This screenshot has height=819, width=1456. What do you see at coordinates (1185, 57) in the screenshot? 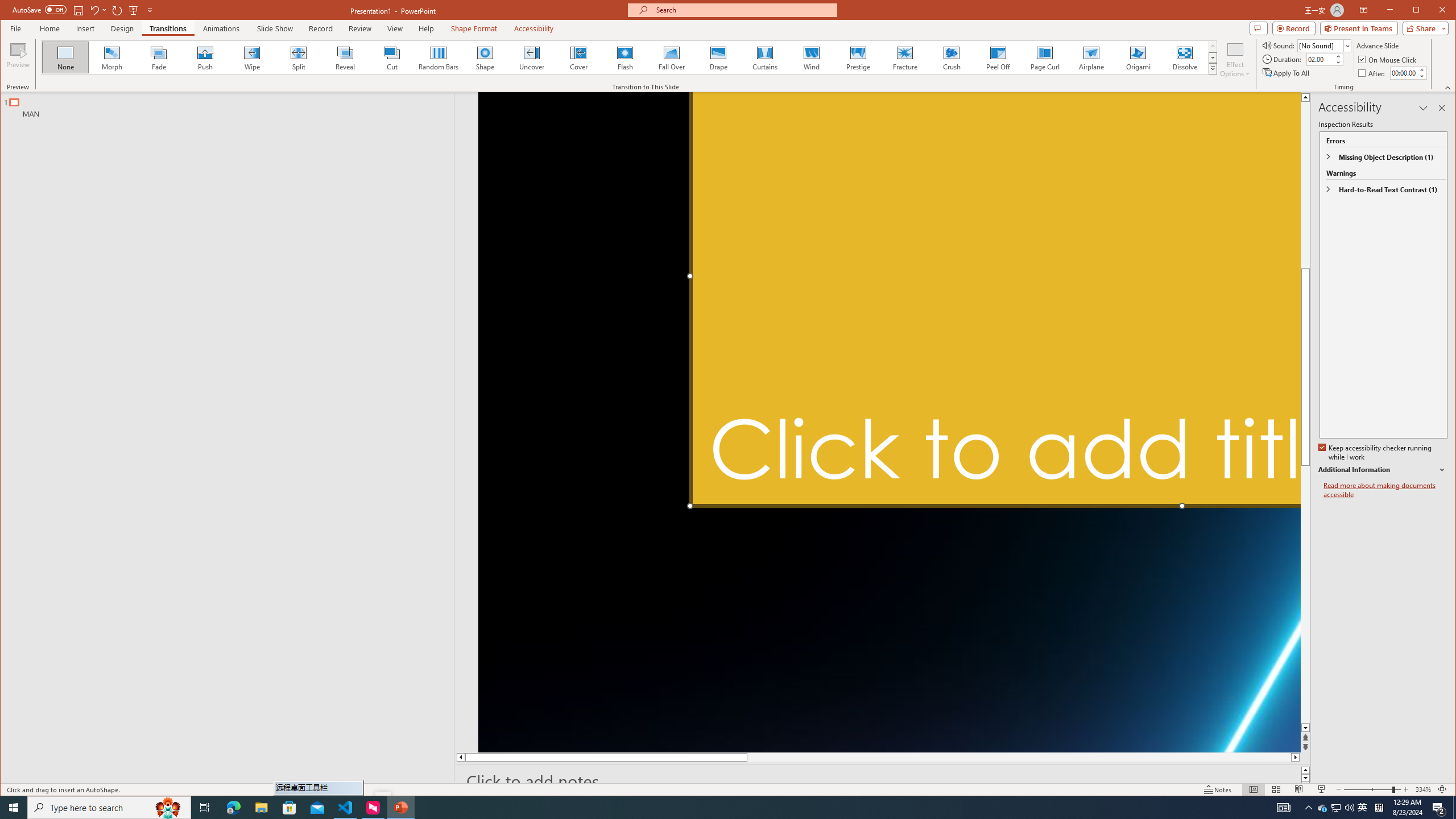
I see `'Dissolve'` at bounding box center [1185, 57].